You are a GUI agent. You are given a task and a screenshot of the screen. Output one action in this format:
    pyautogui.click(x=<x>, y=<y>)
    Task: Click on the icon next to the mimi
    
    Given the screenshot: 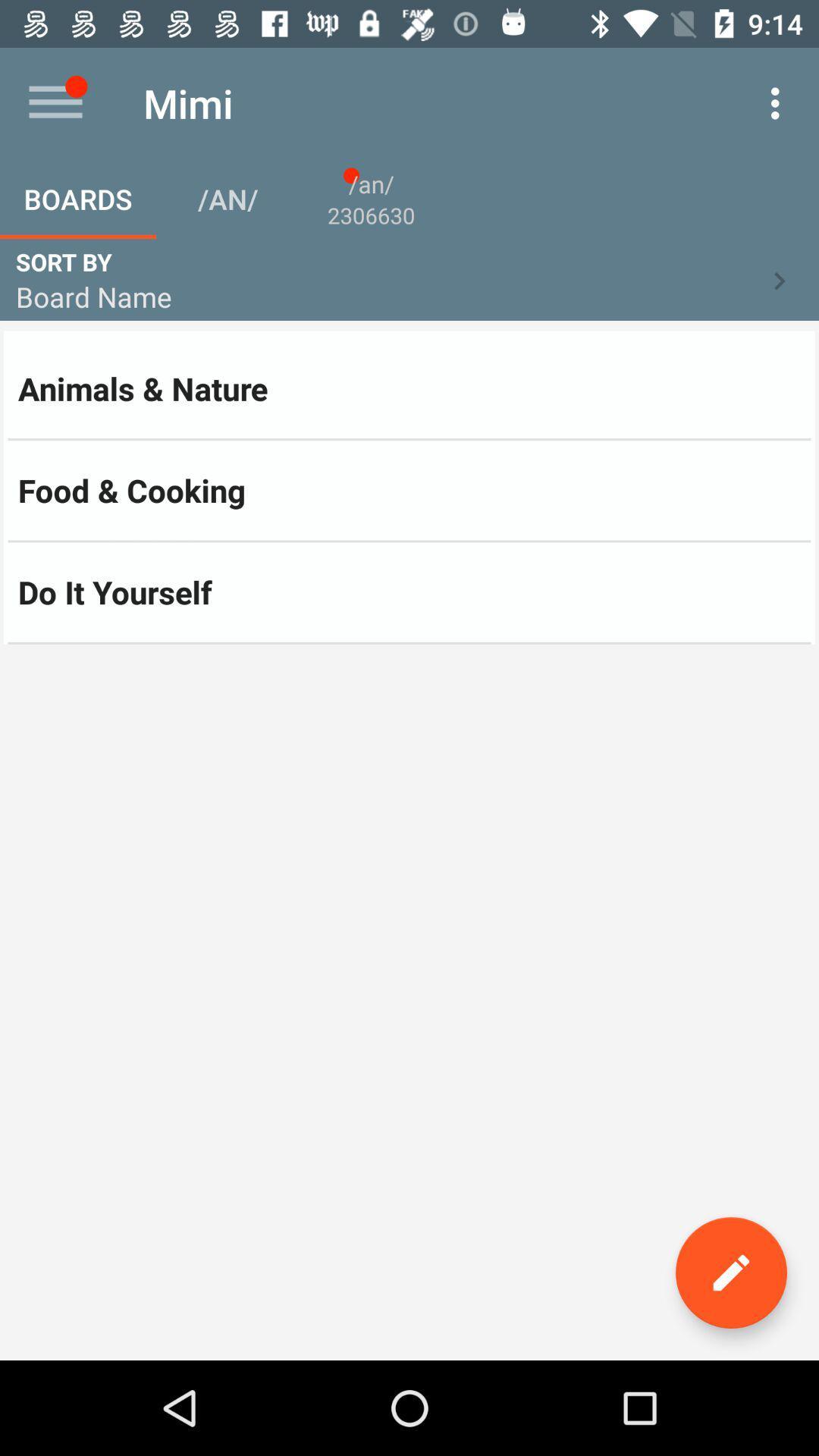 What is the action you would take?
    pyautogui.click(x=779, y=102)
    